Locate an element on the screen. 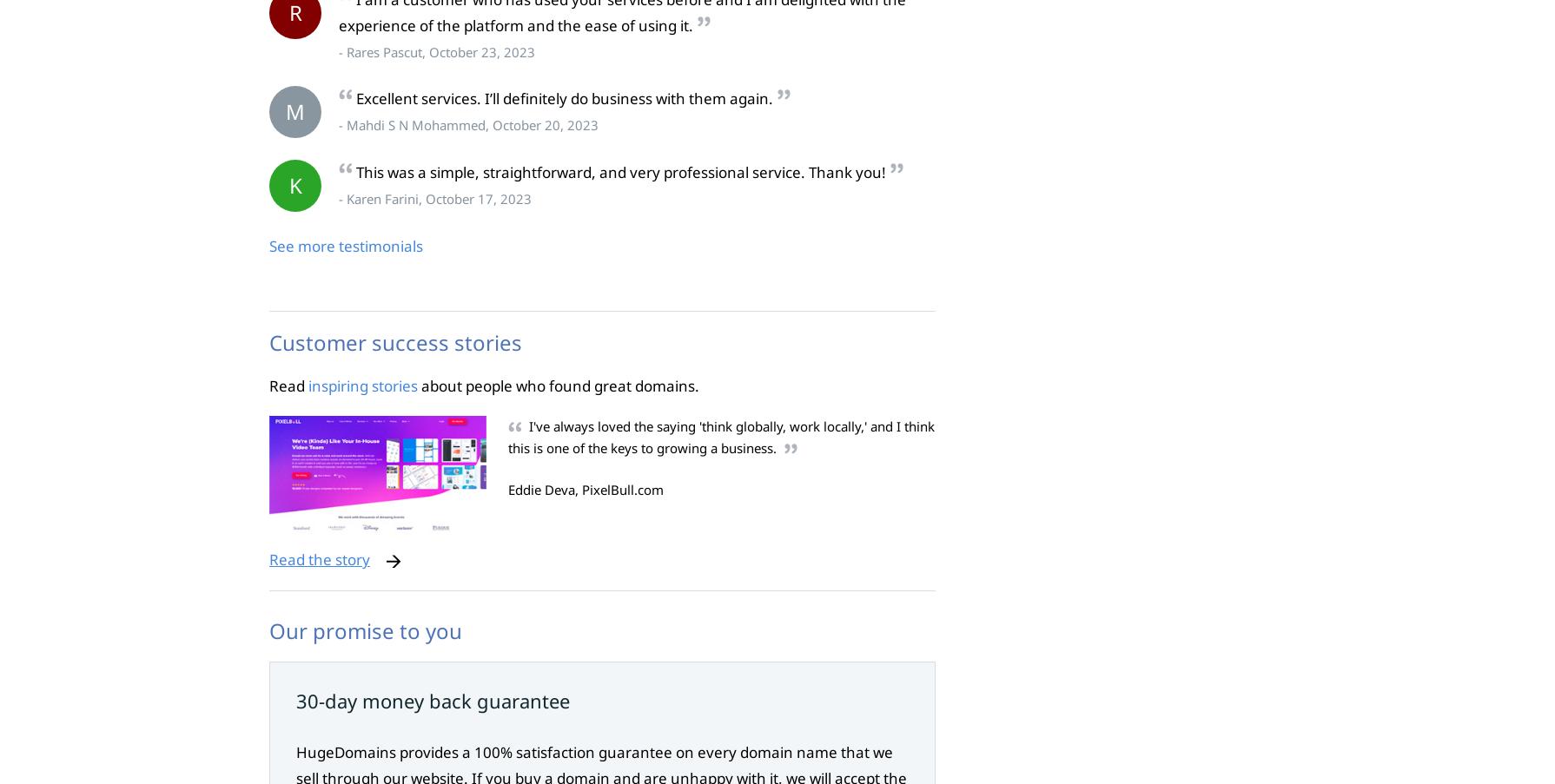 The height and width of the screenshot is (784, 1555). 'about people who found great domains.' is located at coordinates (557, 384).